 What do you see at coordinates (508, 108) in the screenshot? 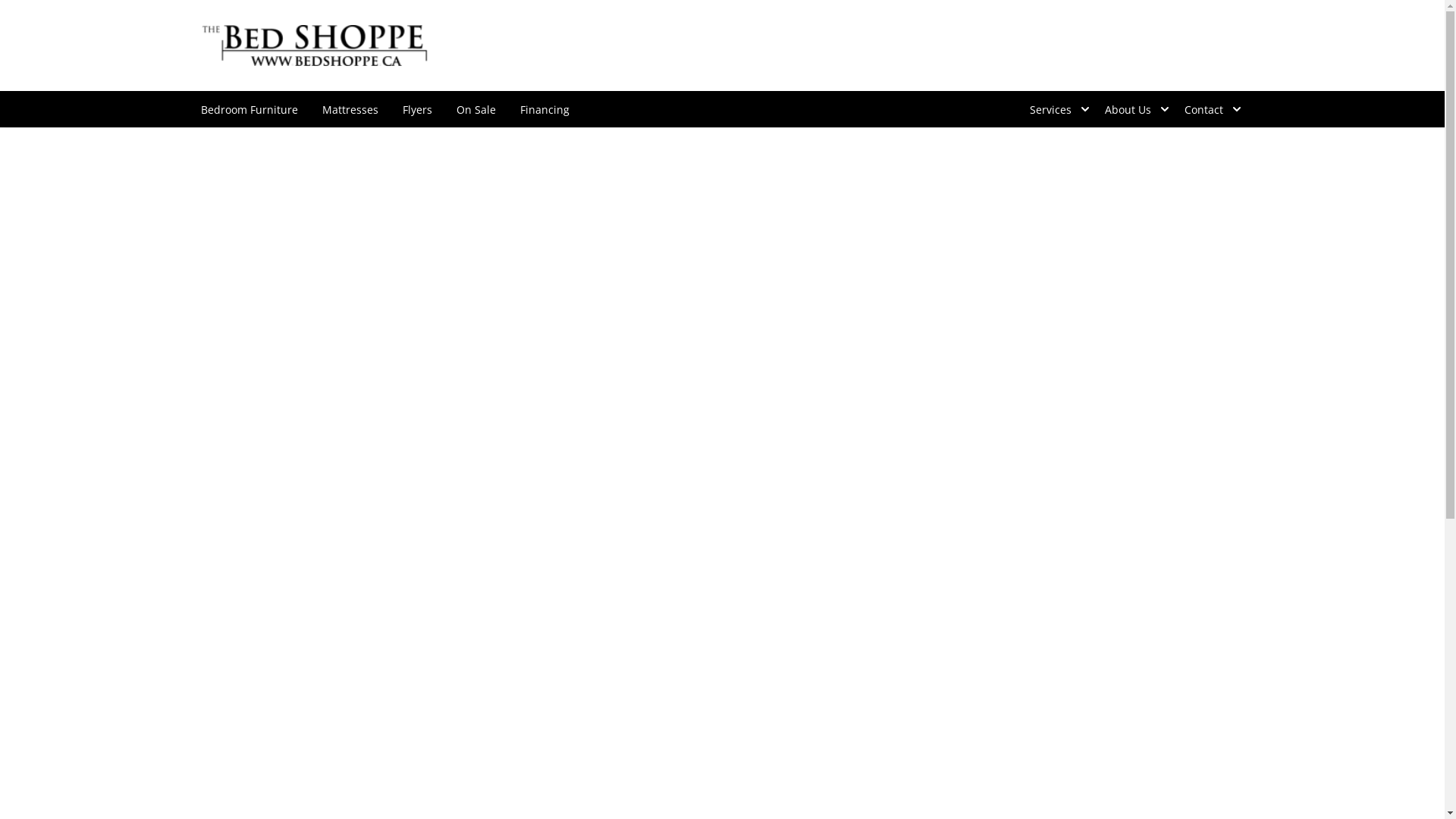
I see `'Financing'` at bounding box center [508, 108].